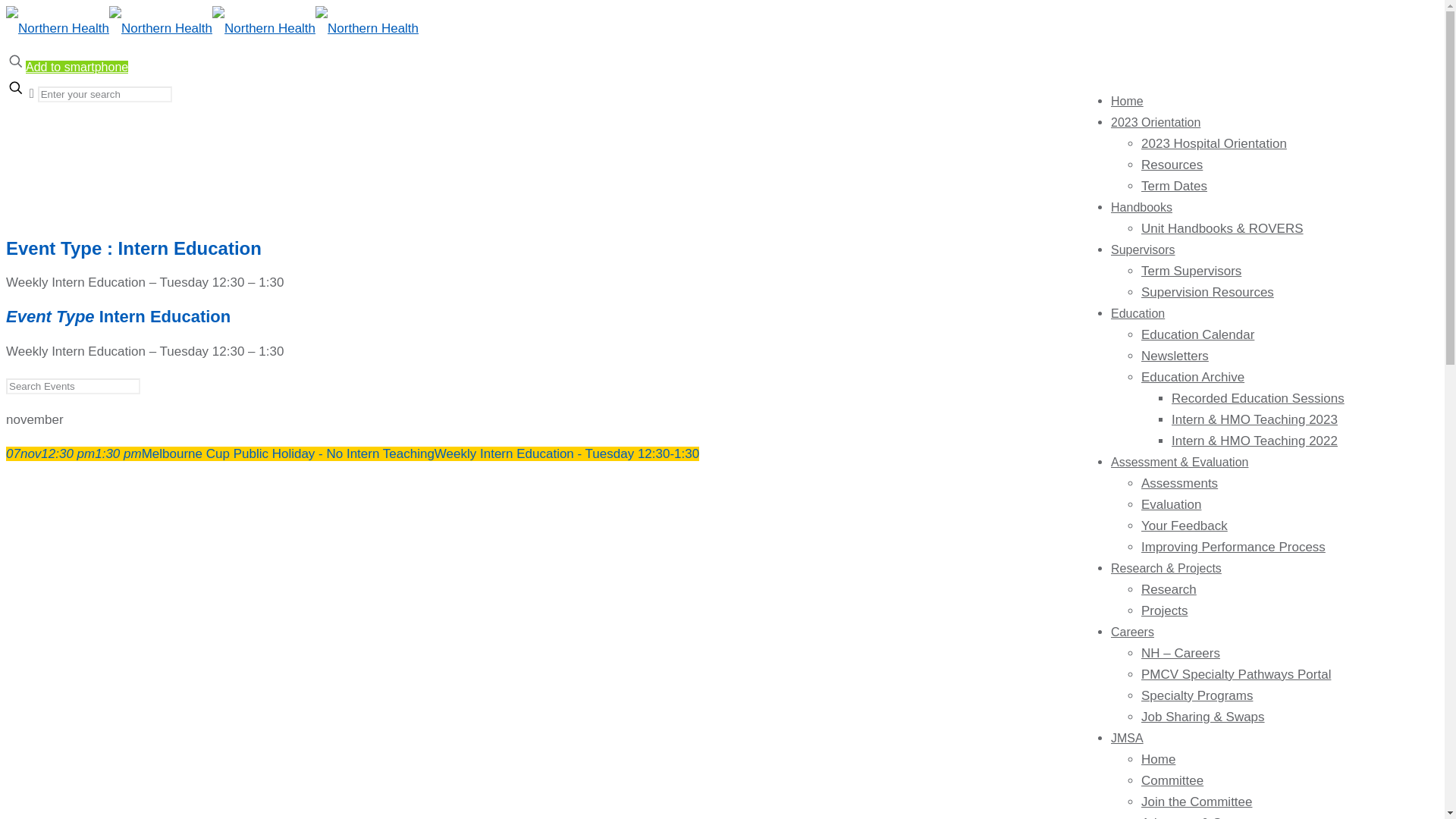 This screenshot has height=819, width=1456. What do you see at coordinates (1132, 632) in the screenshot?
I see `'Careers'` at bounding box center [1132, 632].